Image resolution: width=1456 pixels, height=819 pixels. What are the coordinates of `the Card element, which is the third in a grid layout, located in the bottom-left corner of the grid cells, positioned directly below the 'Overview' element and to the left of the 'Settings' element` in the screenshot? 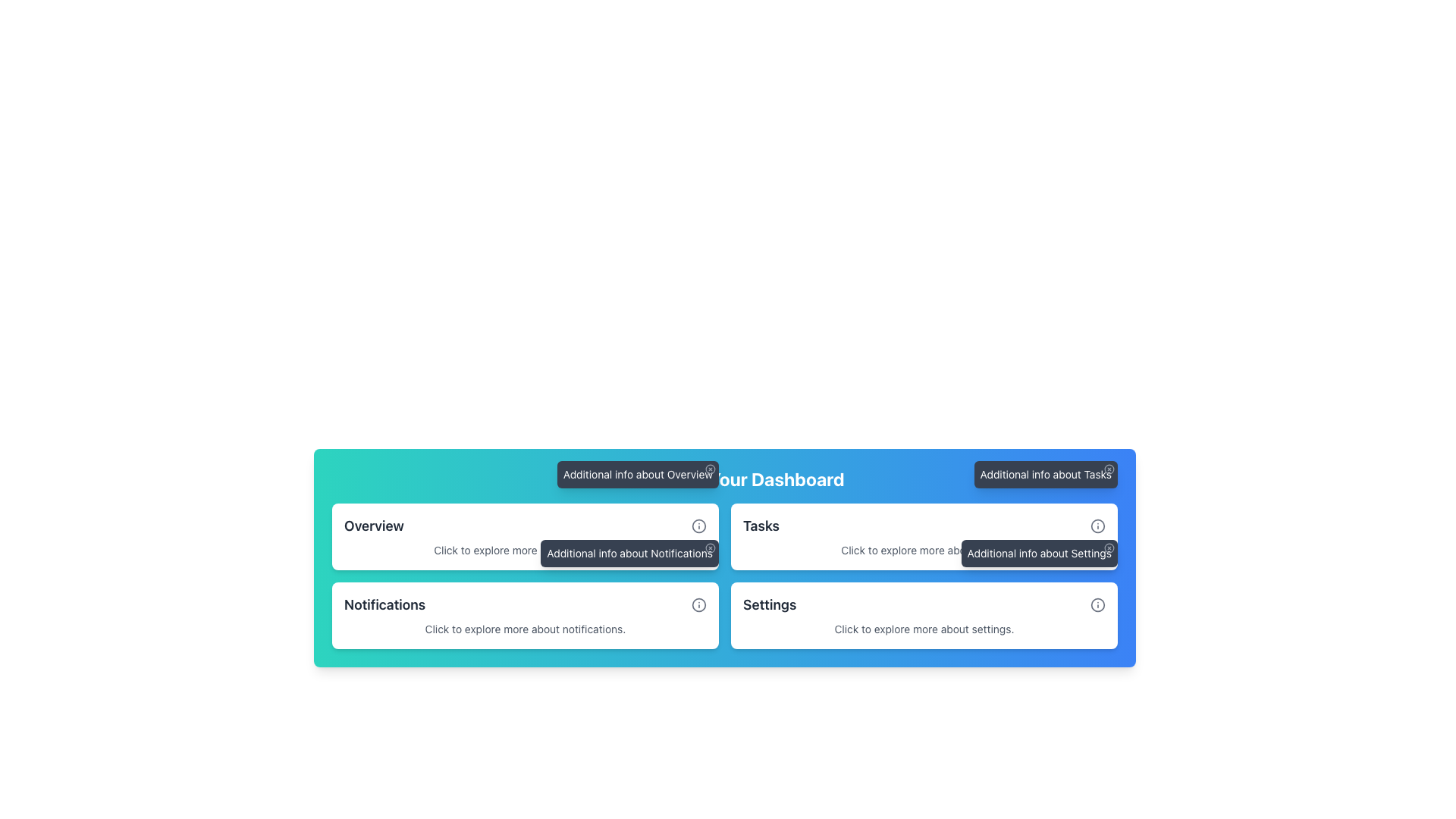 It's located at (525, 616).